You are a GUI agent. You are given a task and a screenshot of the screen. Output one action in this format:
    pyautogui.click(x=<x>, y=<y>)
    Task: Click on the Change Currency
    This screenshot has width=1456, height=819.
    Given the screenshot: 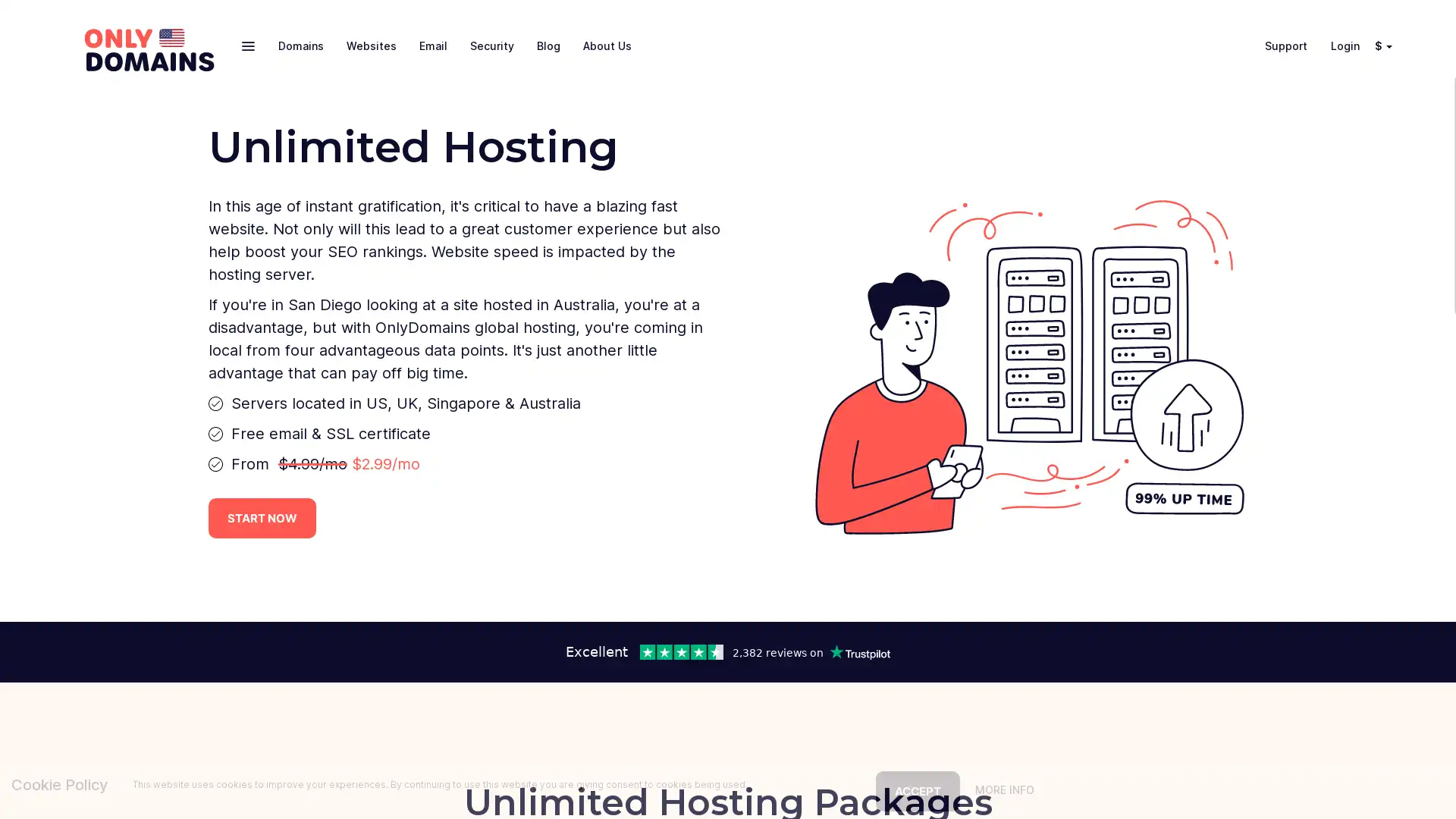 What is the action you would take?
    pyautogui.click(x=1392, y=45)
    